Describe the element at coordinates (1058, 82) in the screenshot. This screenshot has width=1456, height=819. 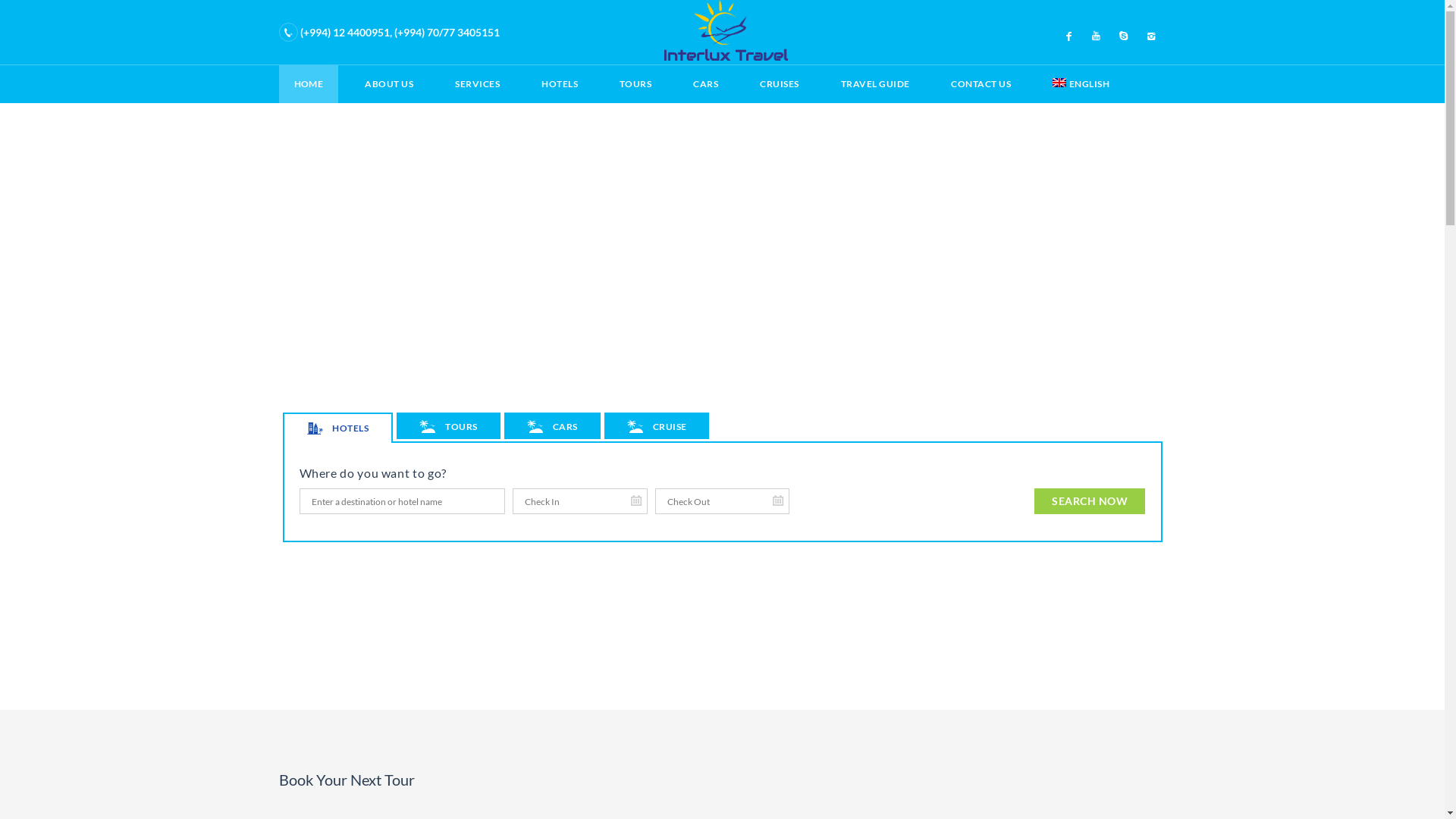
I see `'English'` at that location.